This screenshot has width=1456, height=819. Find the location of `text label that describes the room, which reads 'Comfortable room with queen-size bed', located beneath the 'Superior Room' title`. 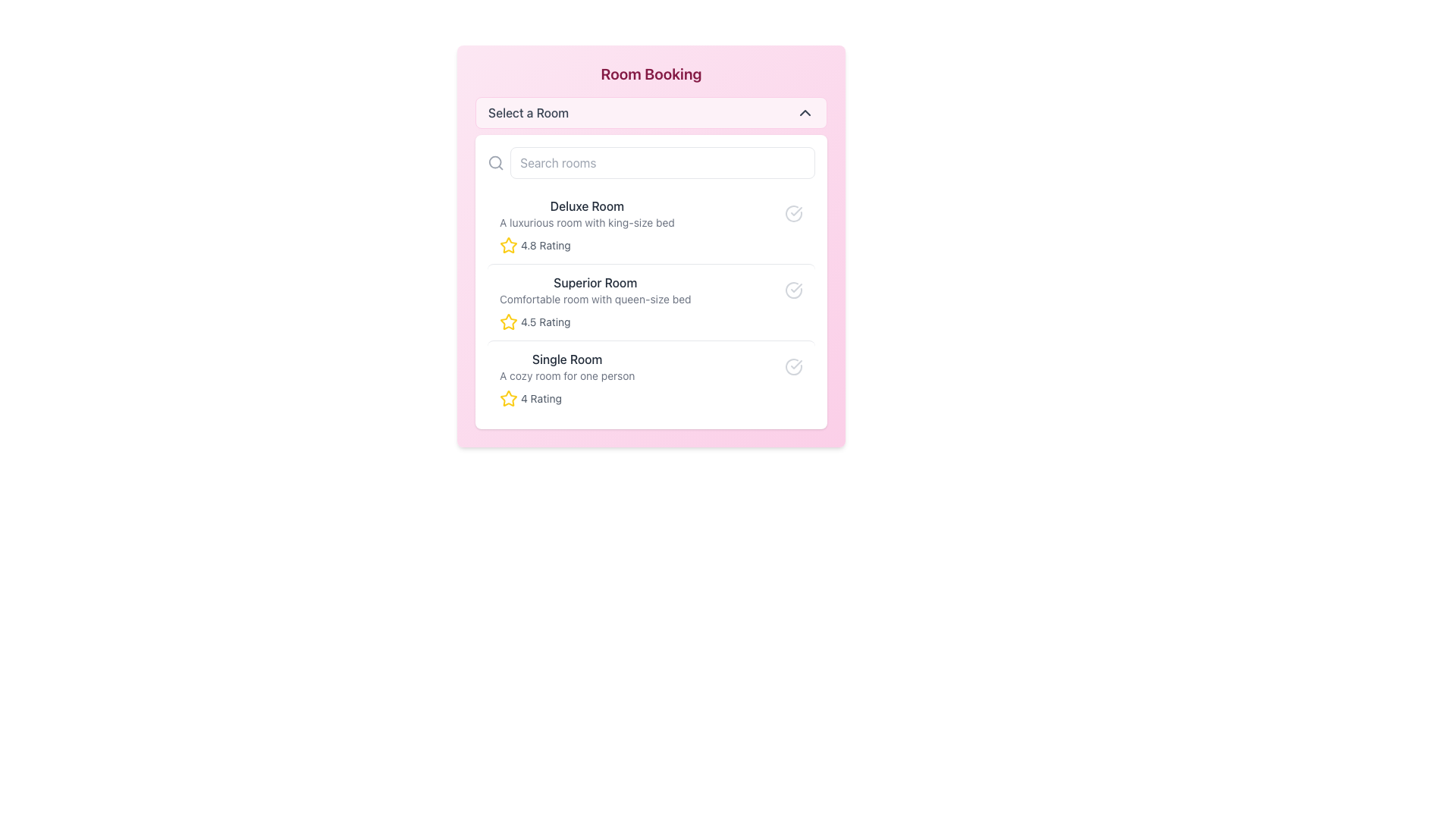

text label that describes the room, which reads 'Comfortable room with queen-size bed', located beneath the 'Superior Room' title is located at coordinates (595, 299).